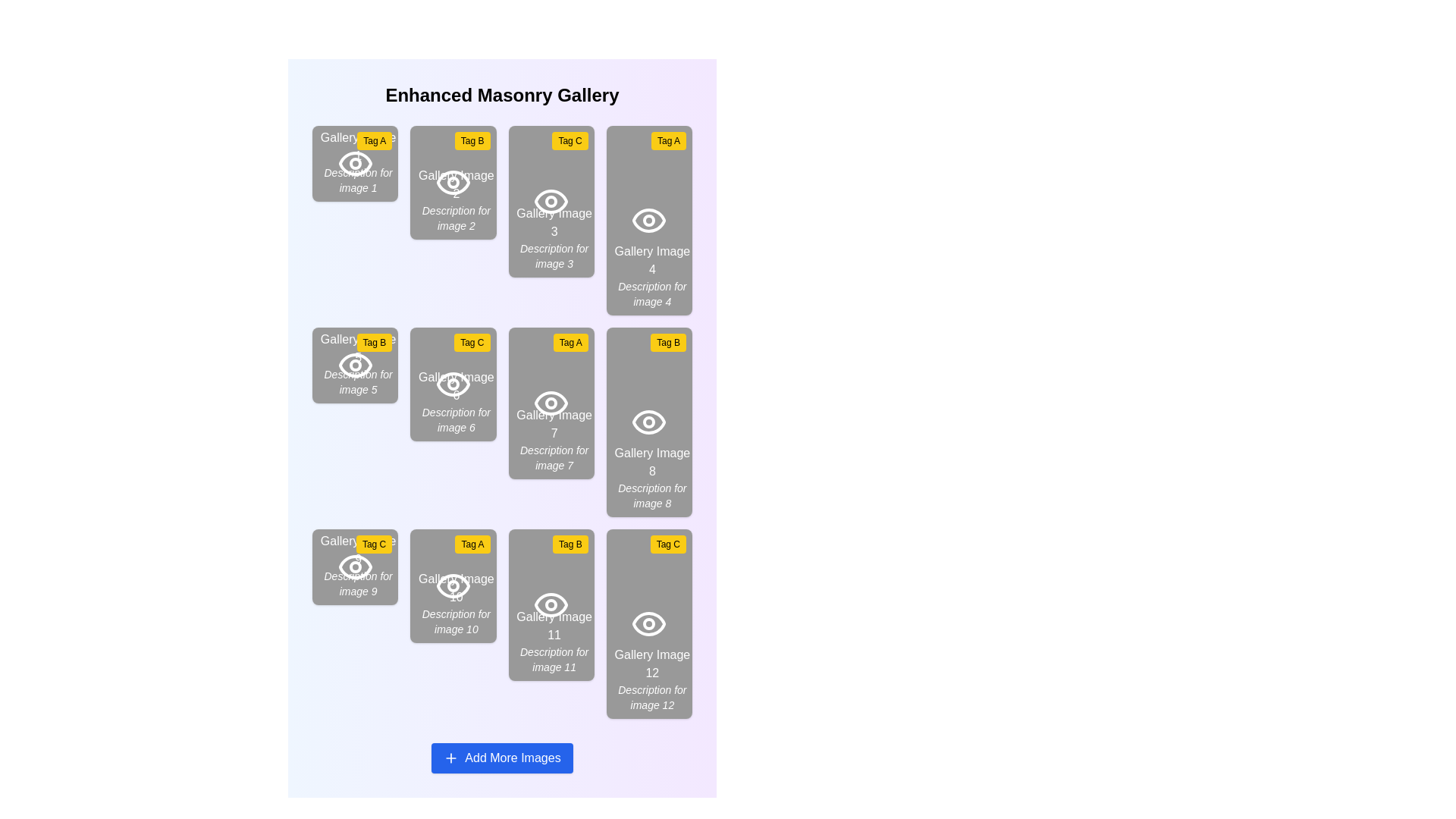 Image resolution: width=1456 pixels, height=819 pixels. Describe the element at coordinates (652, 496) in the screenshot. I see `the descriptive label text located below the title text for 'Gallery Image 8', which is the second piece of text in the grid layout` at that location.